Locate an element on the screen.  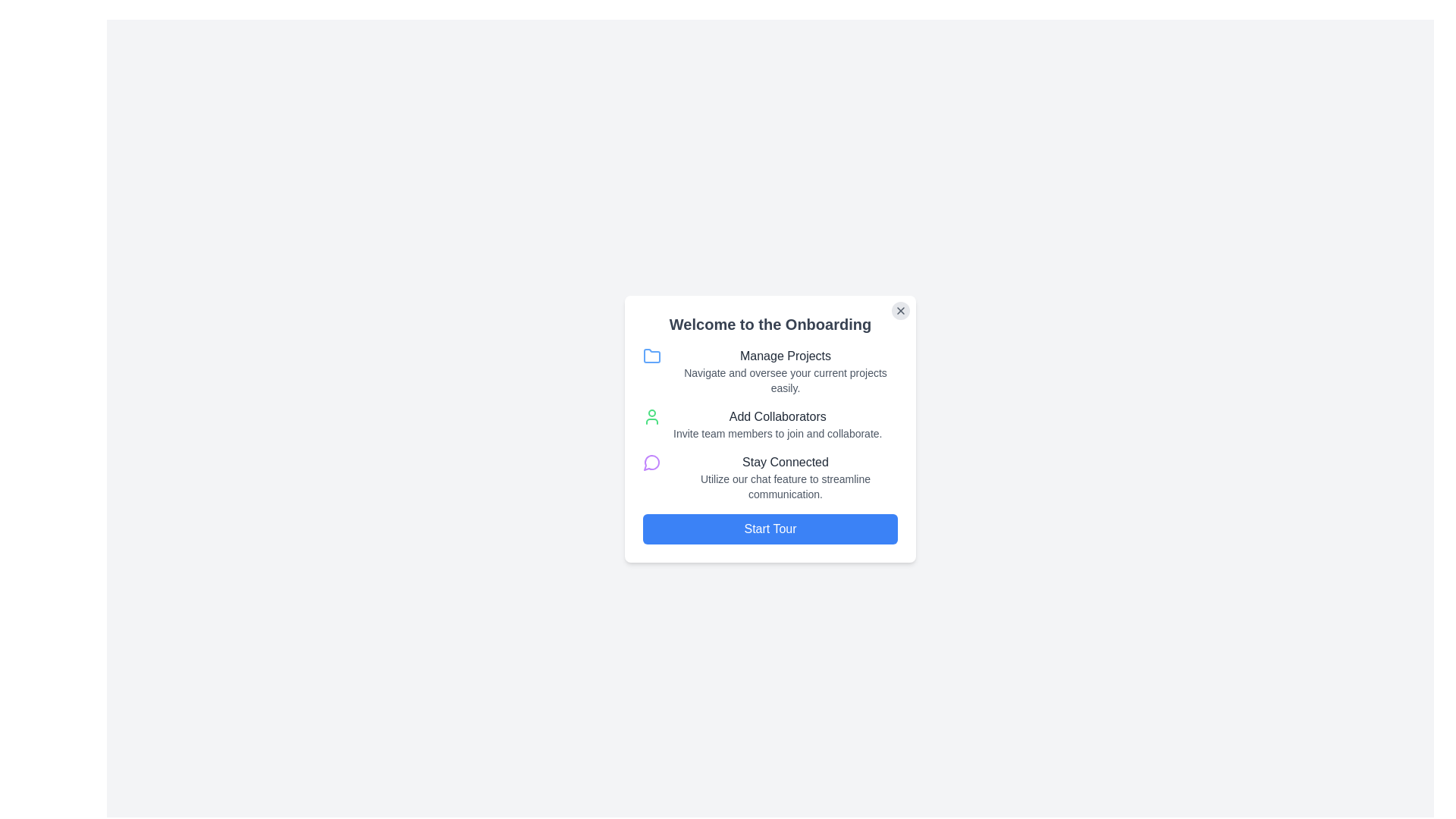
the text element that reads 'Navigate and oversee your current projects easily.', which is styled in a smaller gray font and located below the 'Manage Projects' title within the onboarding card is located at coordinates (786, 379).